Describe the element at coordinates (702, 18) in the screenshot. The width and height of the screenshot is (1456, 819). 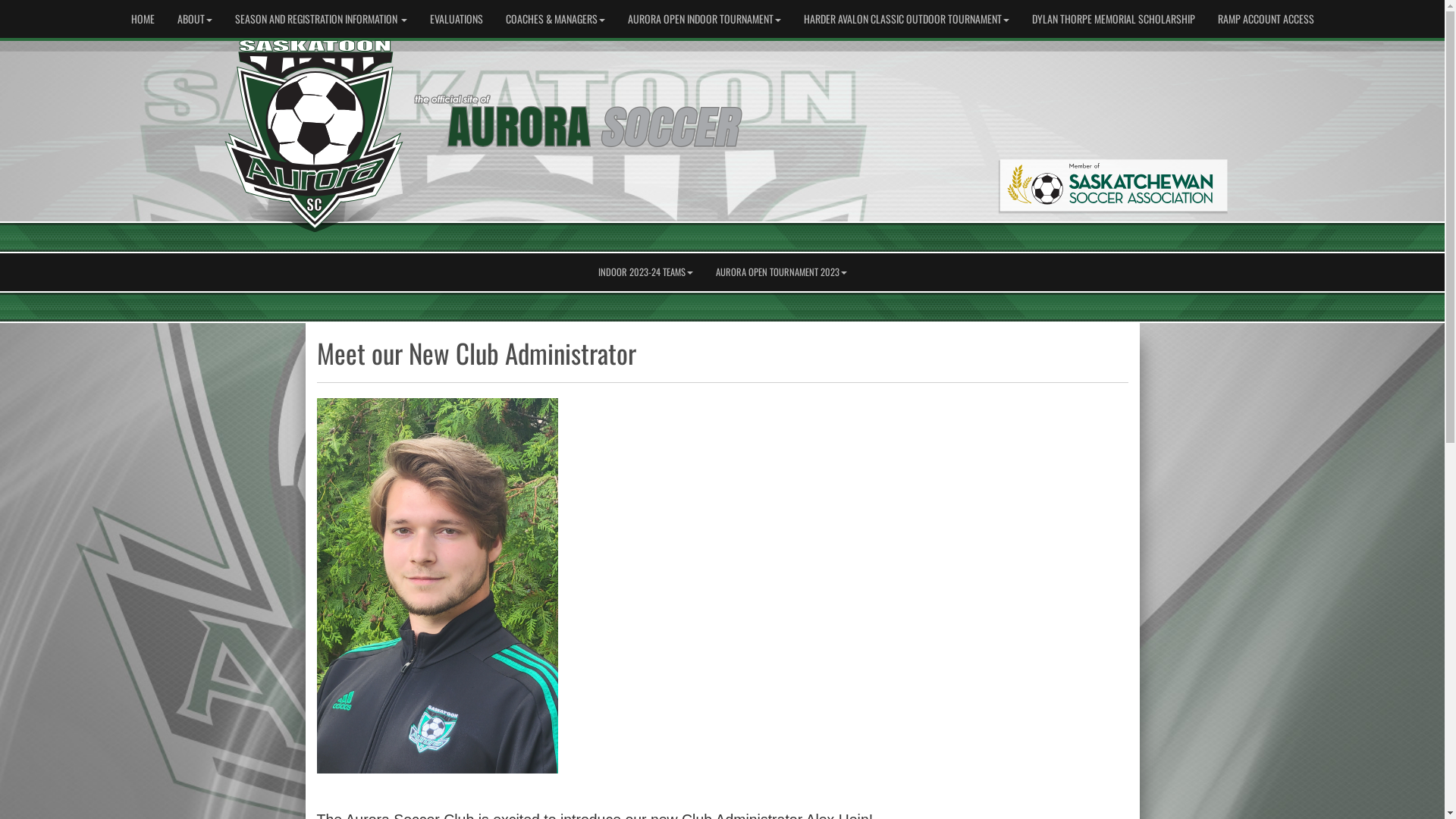
I see `'AURORA OPEN INDOOR TOURNAMENT'` at that location.